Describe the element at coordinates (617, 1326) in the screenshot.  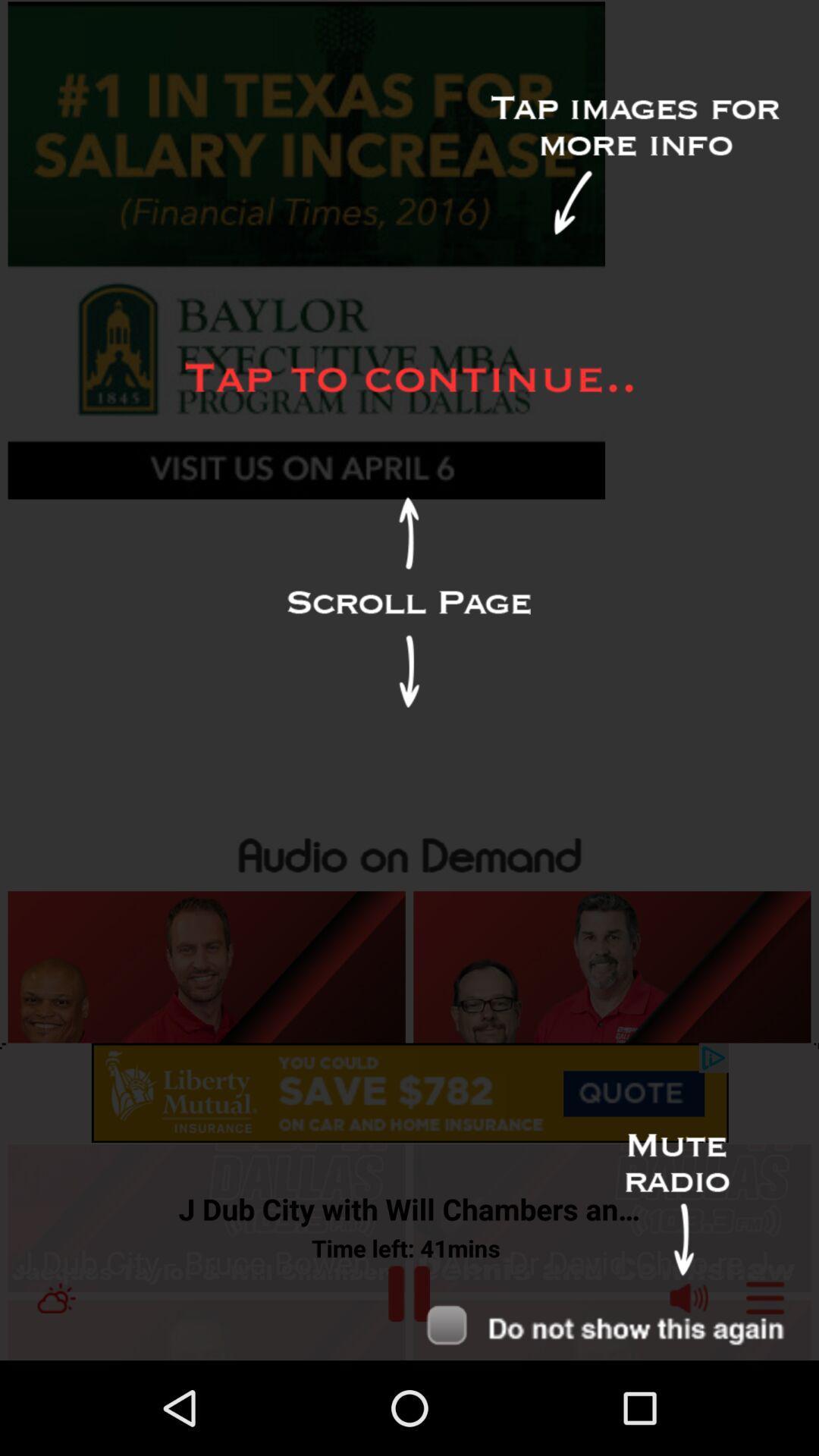
I see `the button which is showing the down arrow in the last` at that location.